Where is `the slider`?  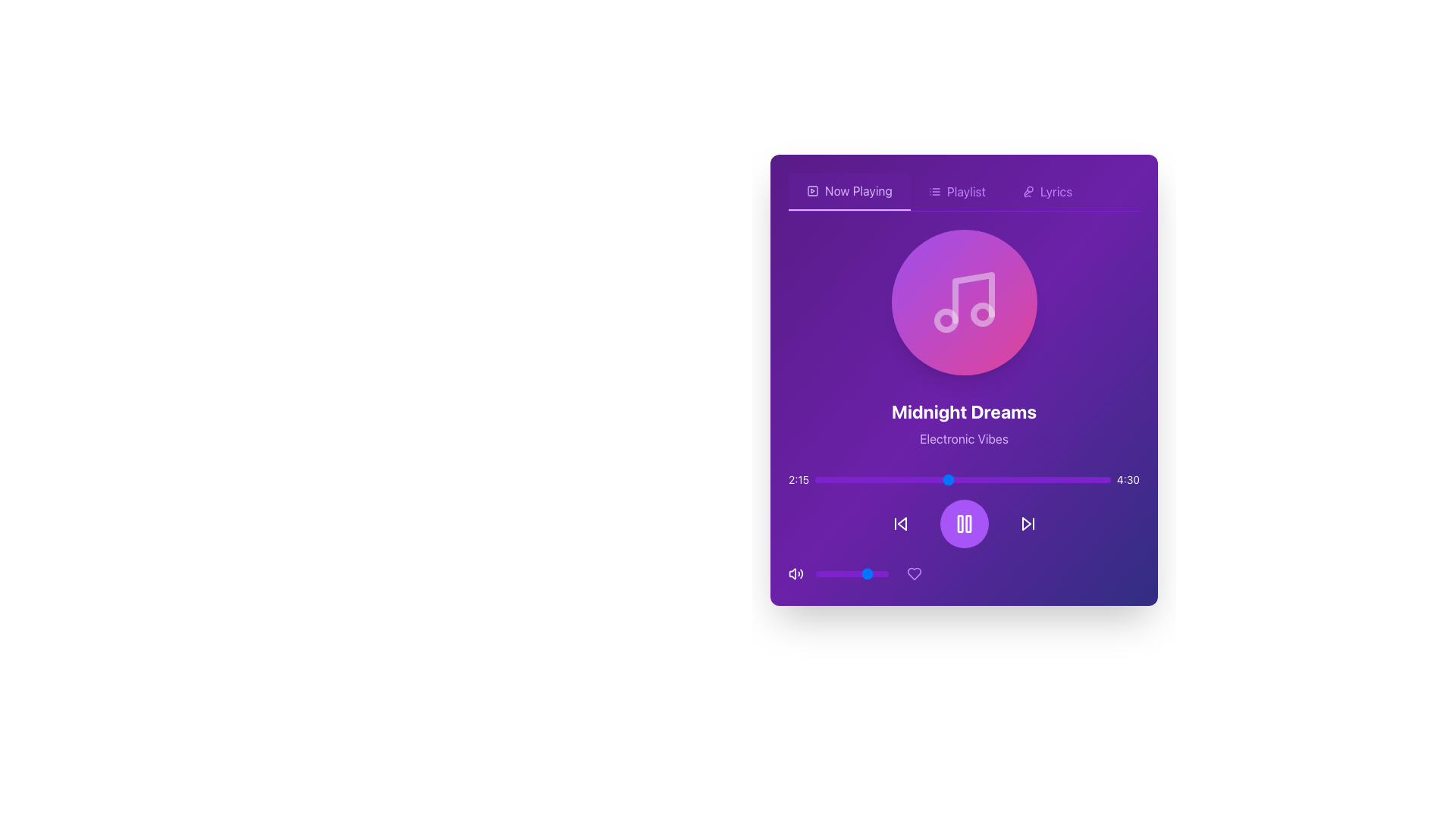
the slider is located at coordinates (1001, 479).